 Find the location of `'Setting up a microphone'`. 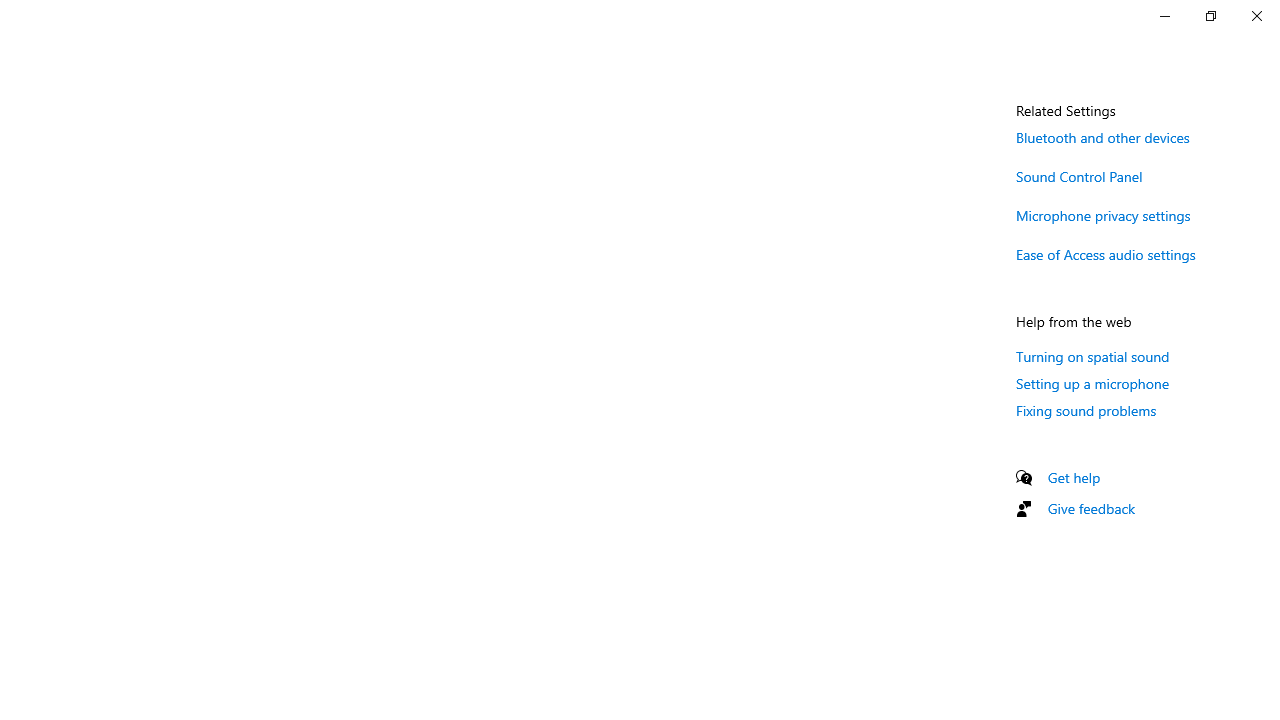

'Setting up a microphone' is located at coordinates (1092, 383).